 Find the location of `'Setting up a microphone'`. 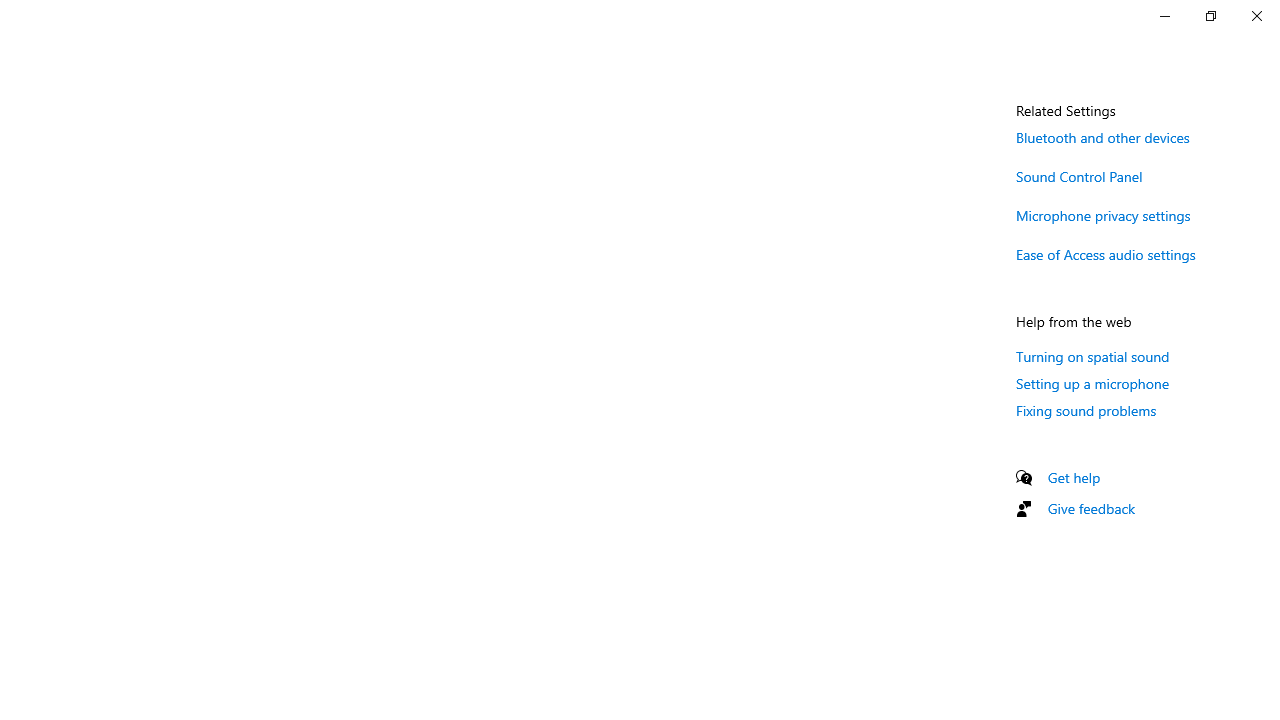

'Setting up a microphone' is located at coordinates (1092, 383).